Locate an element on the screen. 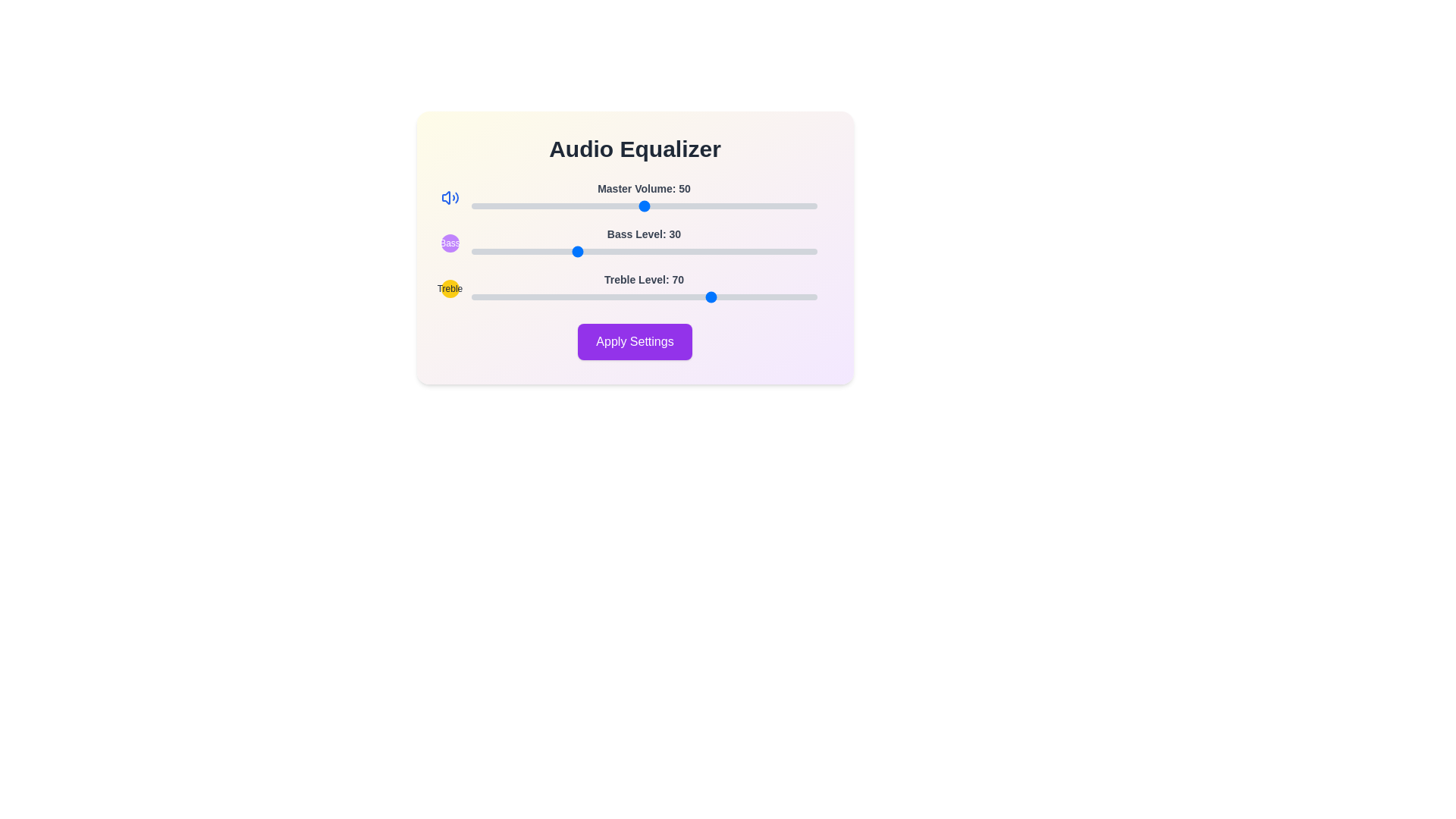 Image resolution: width=1456 pixels, height=819 pixels. the bass level is located at coordinates (812, 250).